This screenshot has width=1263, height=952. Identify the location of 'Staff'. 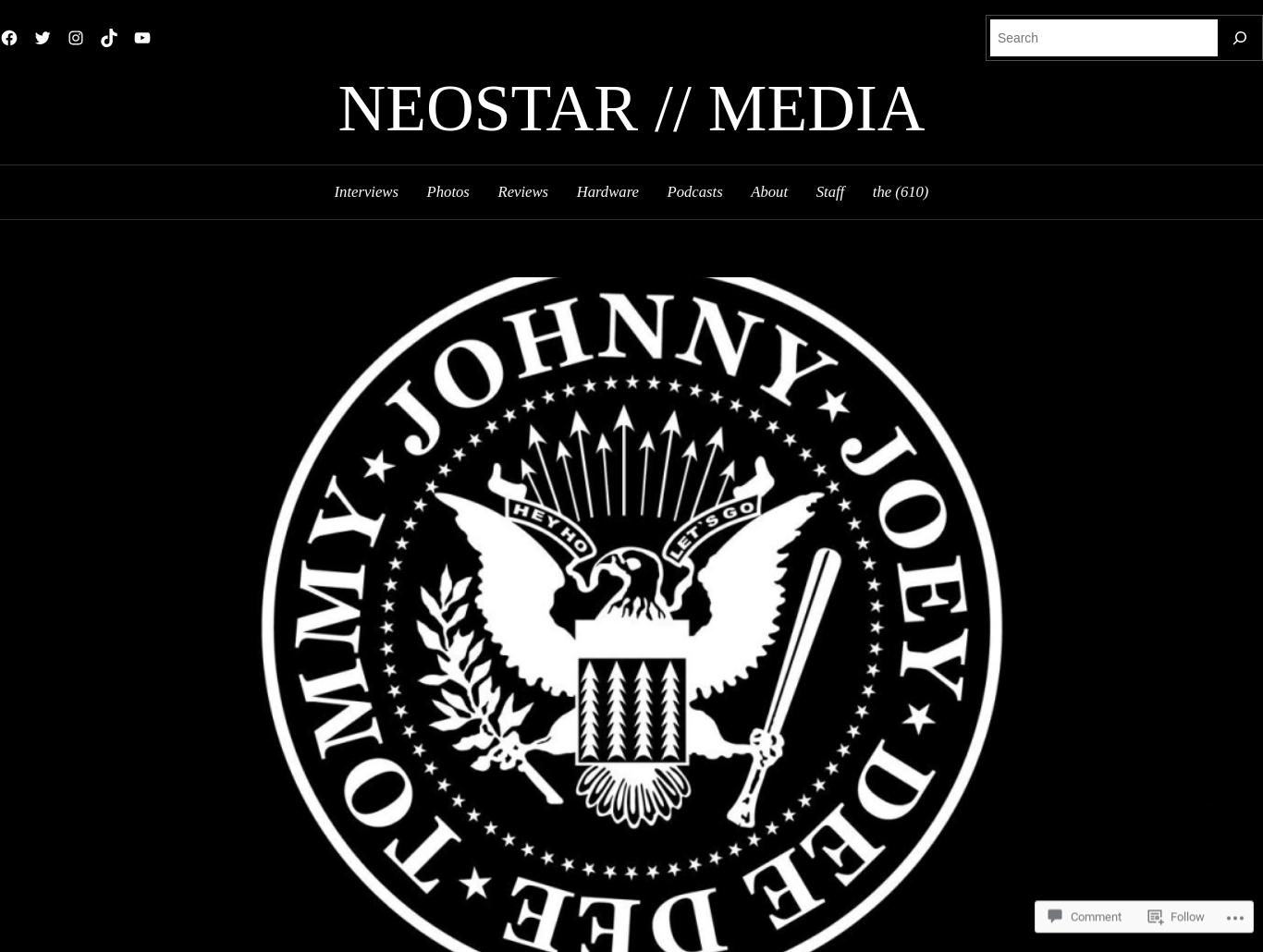
(828, 190).